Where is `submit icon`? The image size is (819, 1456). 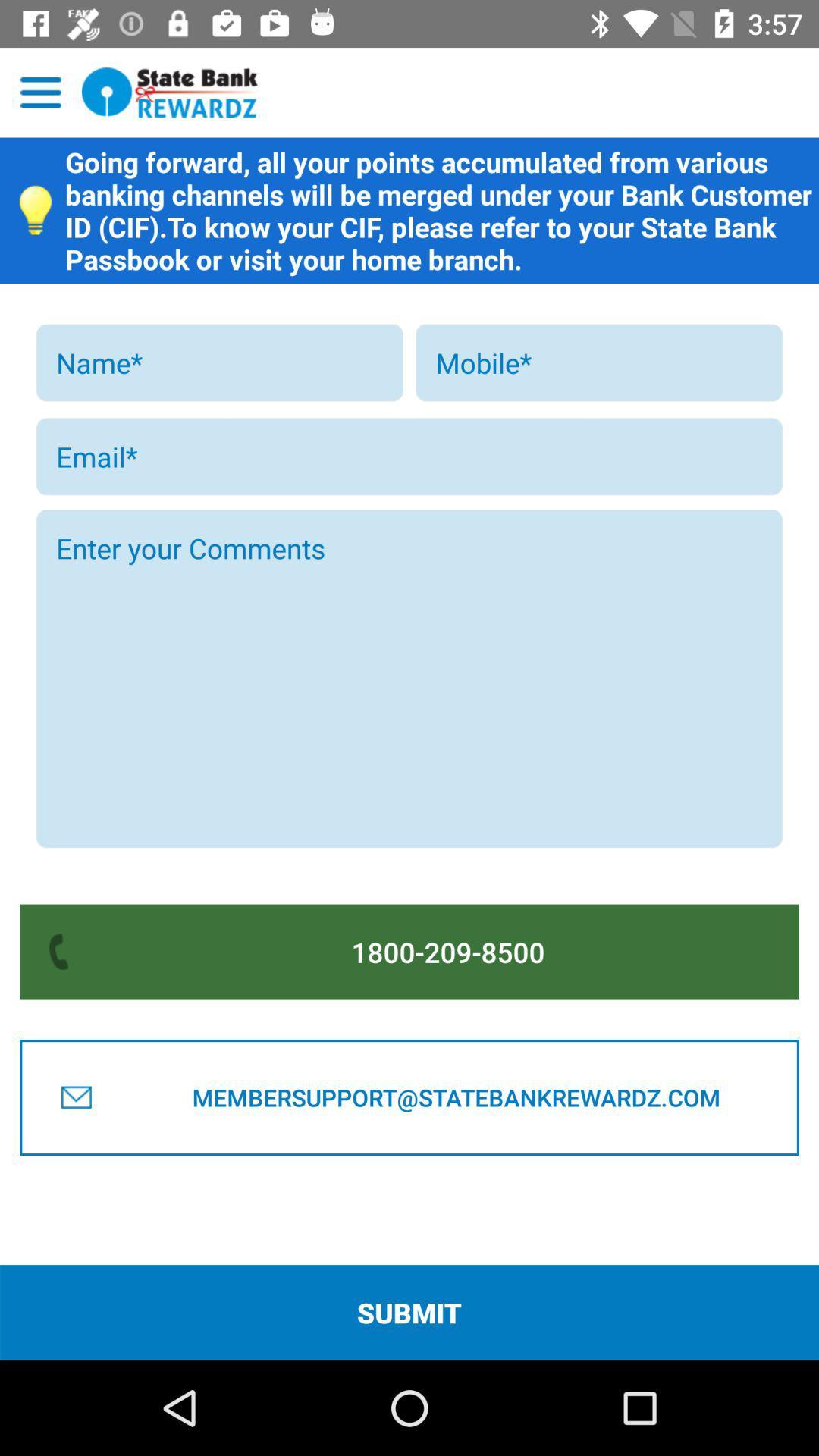
submit icon is located at coordinates (409, 1312).